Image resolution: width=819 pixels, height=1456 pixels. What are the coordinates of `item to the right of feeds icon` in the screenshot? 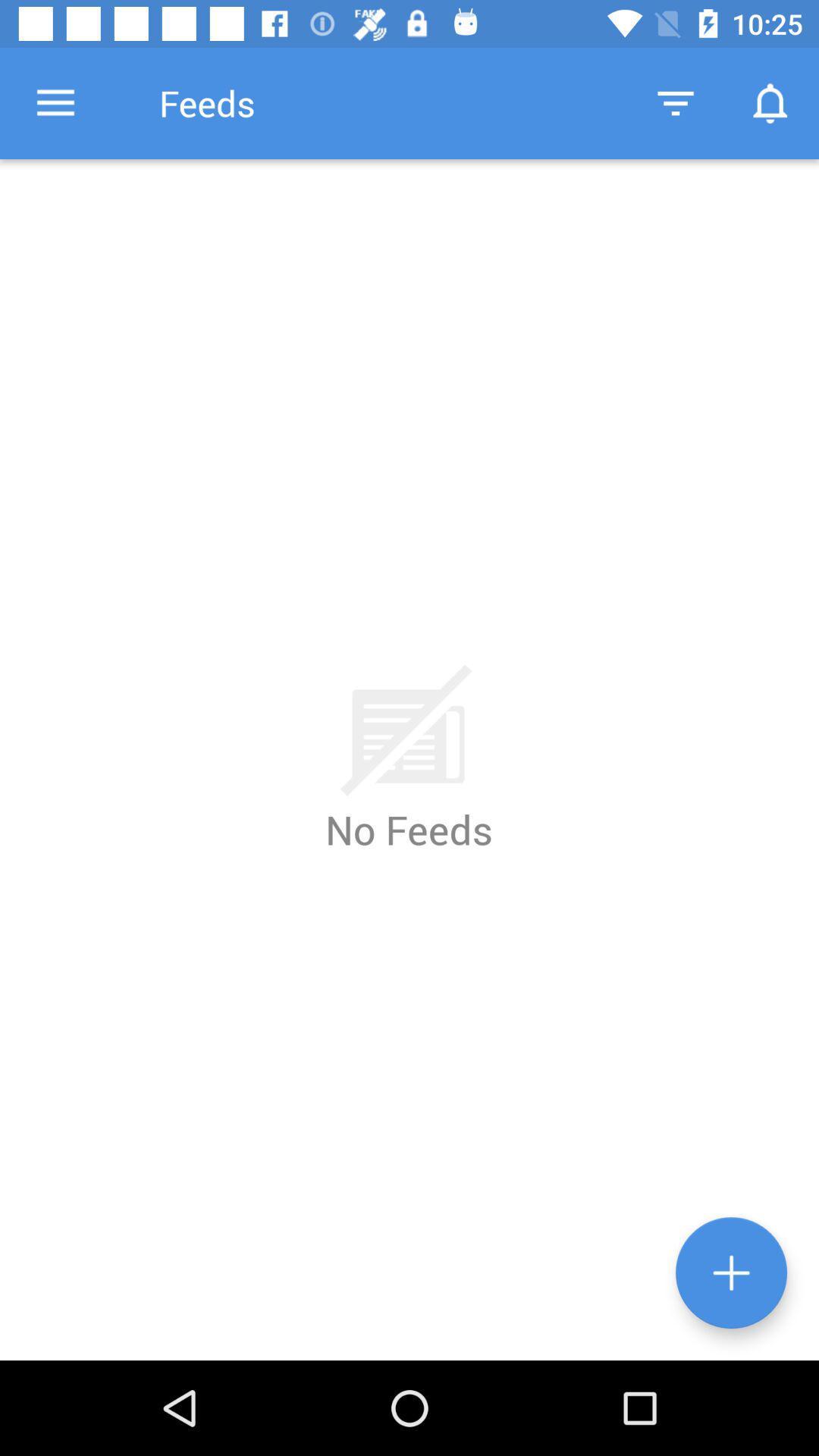 It's located at (675, 102).